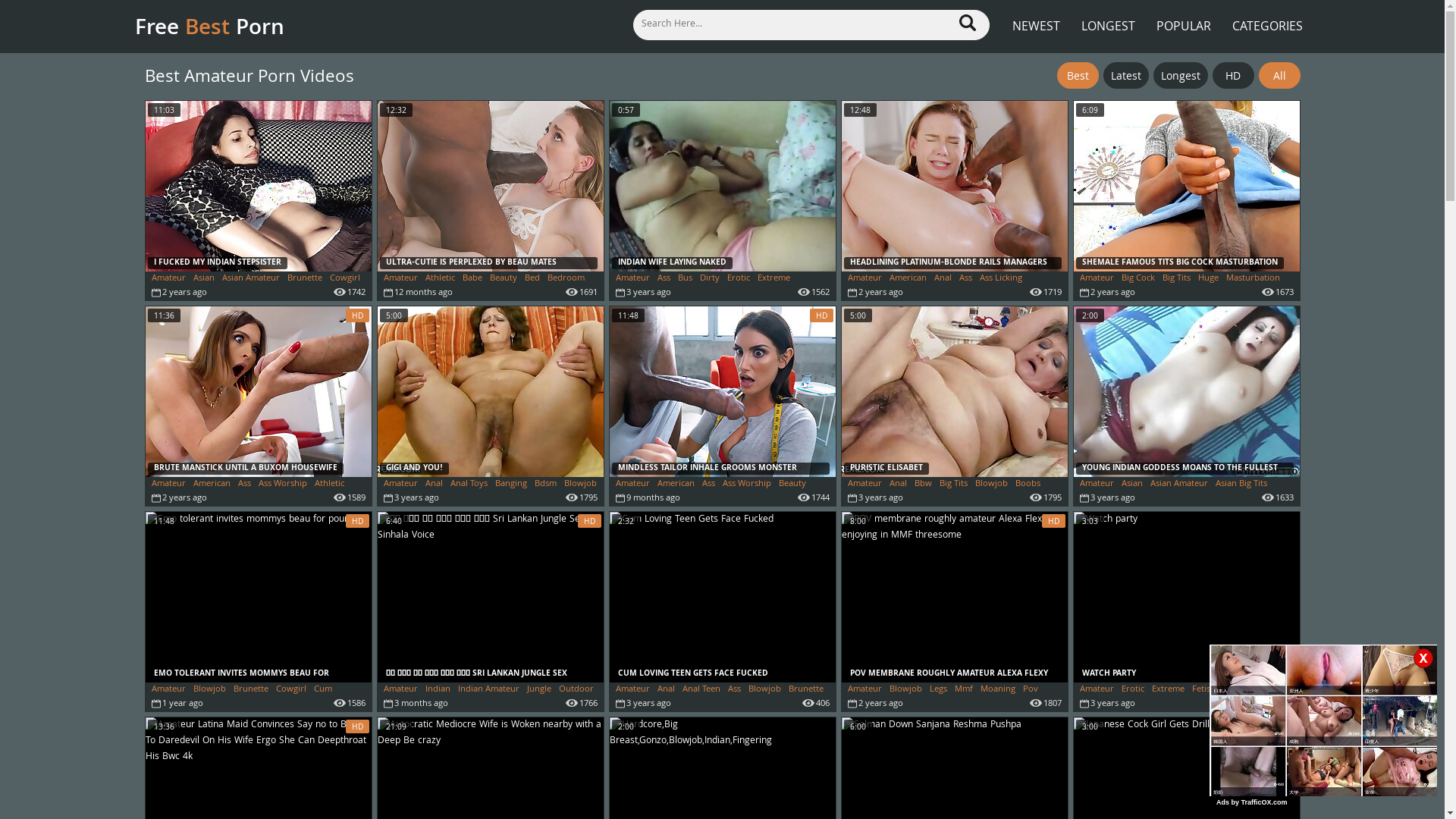  Describe the element at coordinates (663, 278) in the screenshot. I see `'Ass'` at that location.